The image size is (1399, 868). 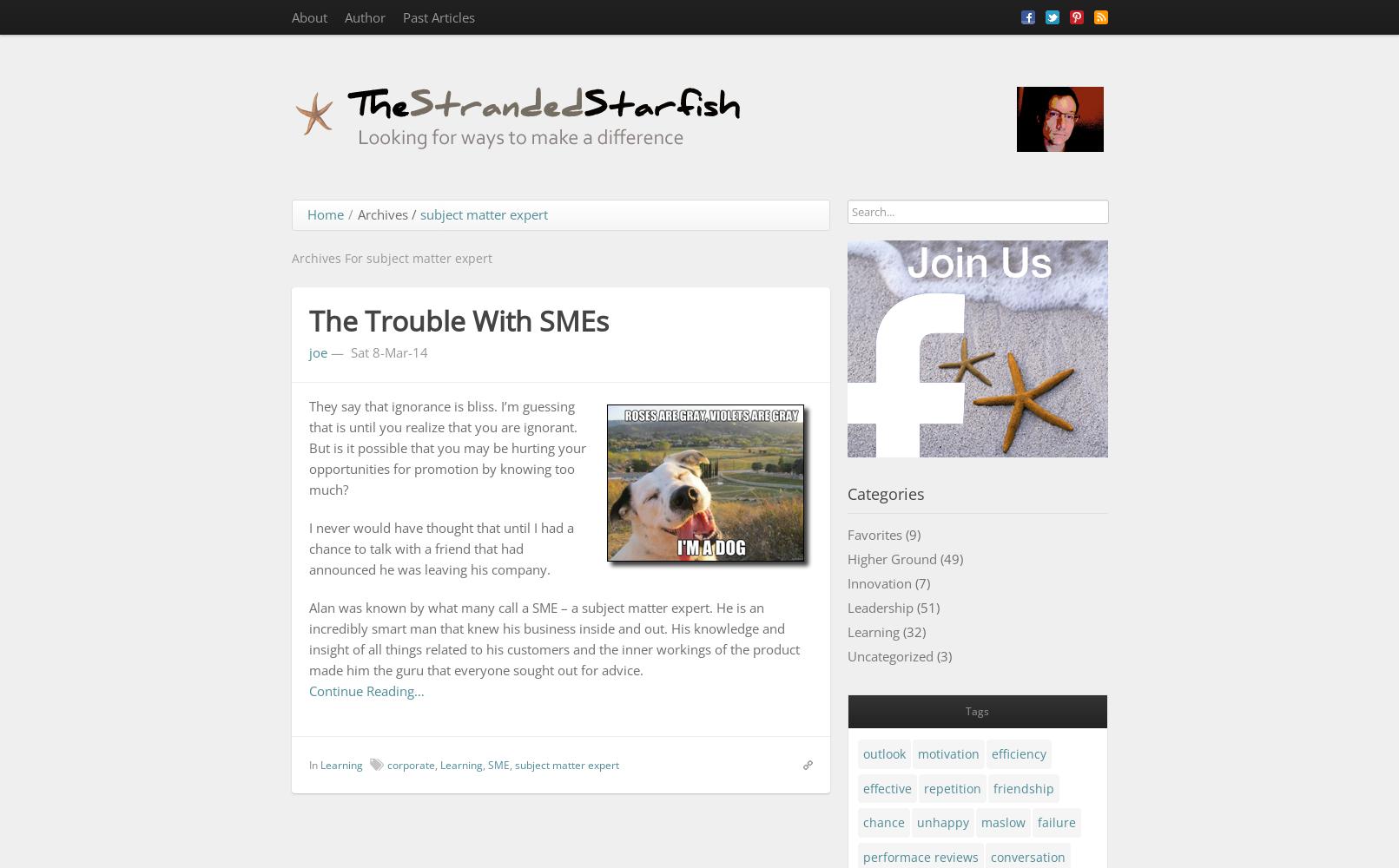 I want to click on 'chance', so click(x=883, y=821).